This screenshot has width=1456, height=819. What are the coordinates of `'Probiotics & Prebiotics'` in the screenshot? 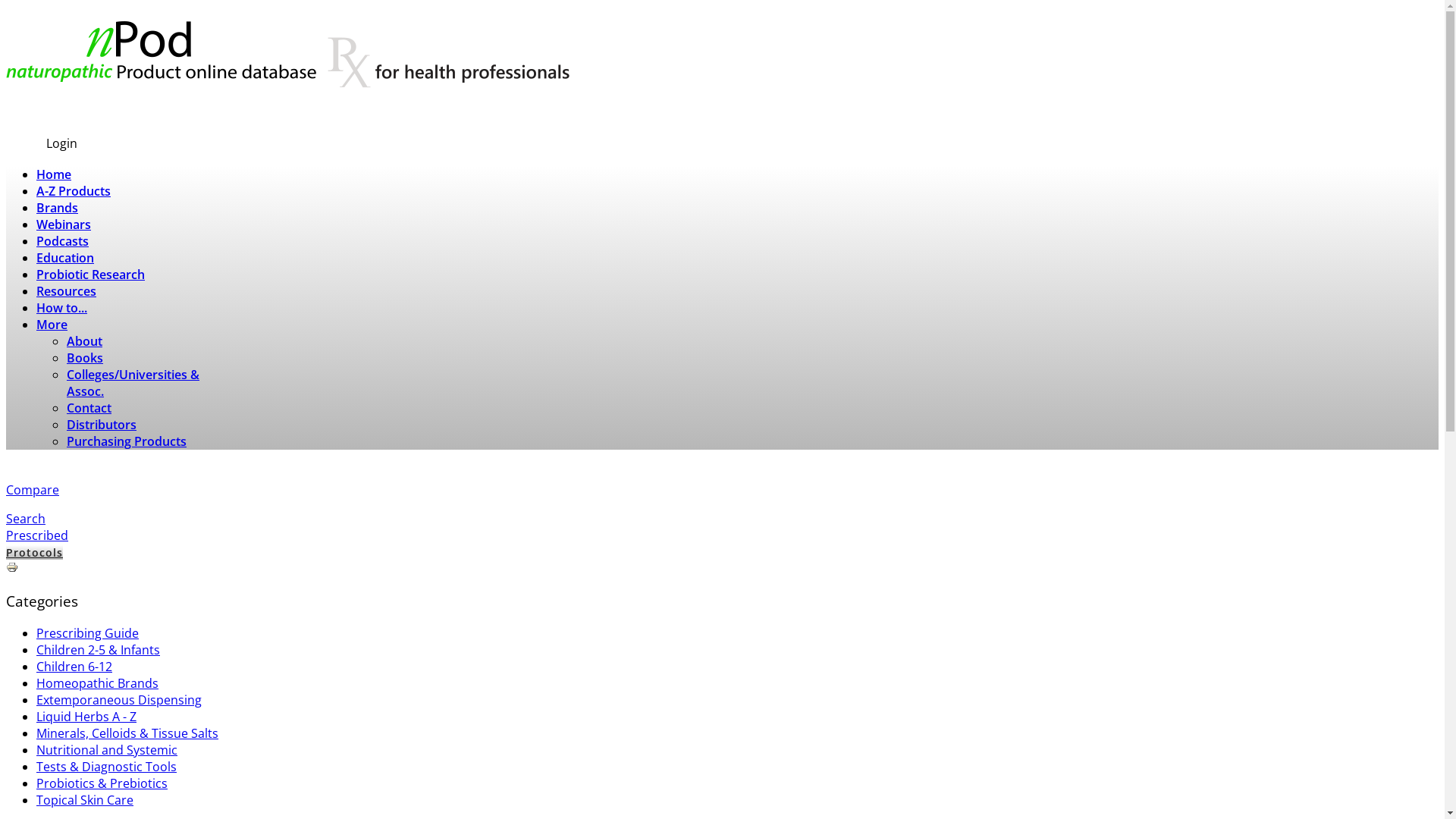 It's located at (101, 783).